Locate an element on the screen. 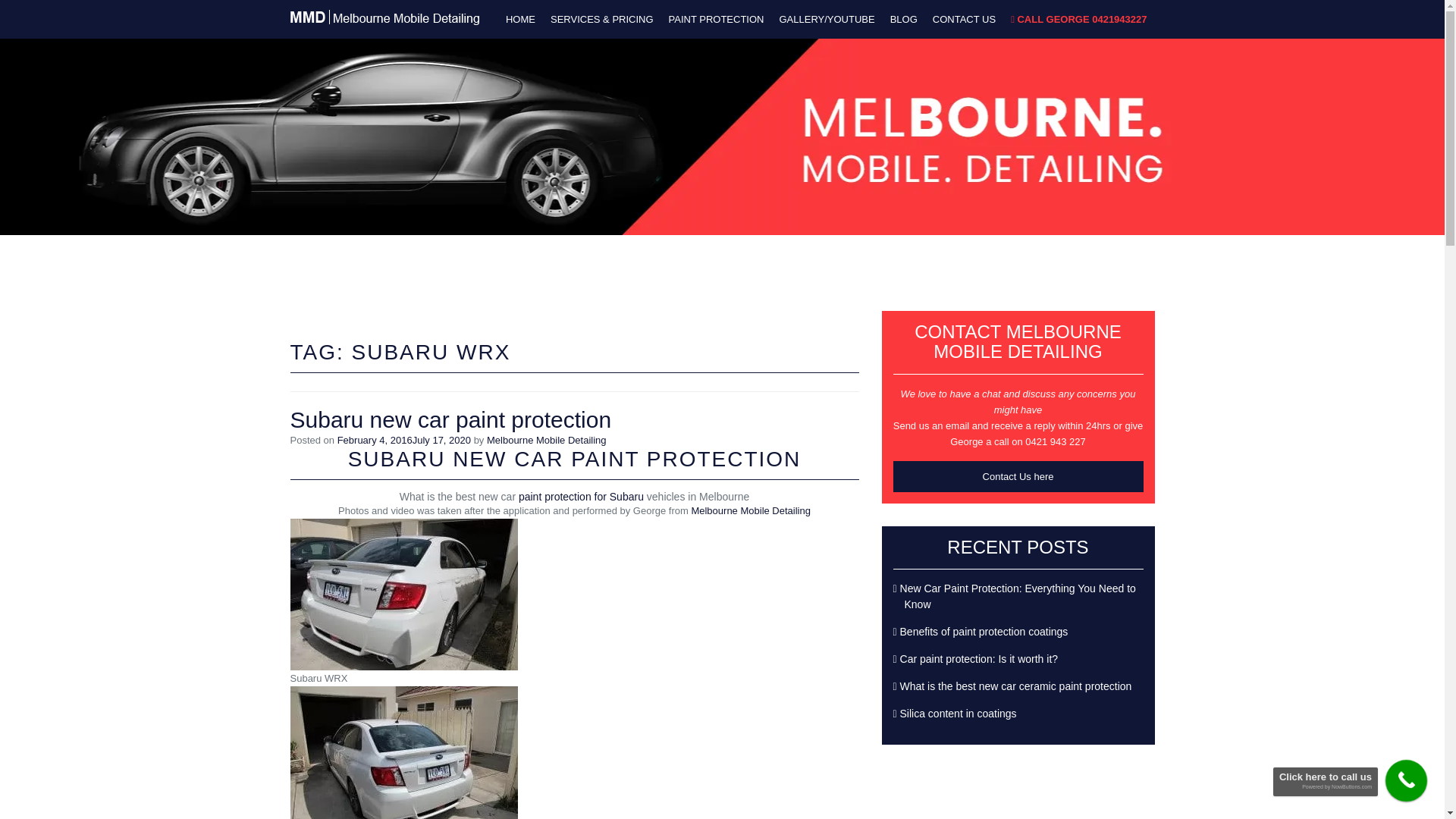  'HOME' is located at coordinates (520, 19).